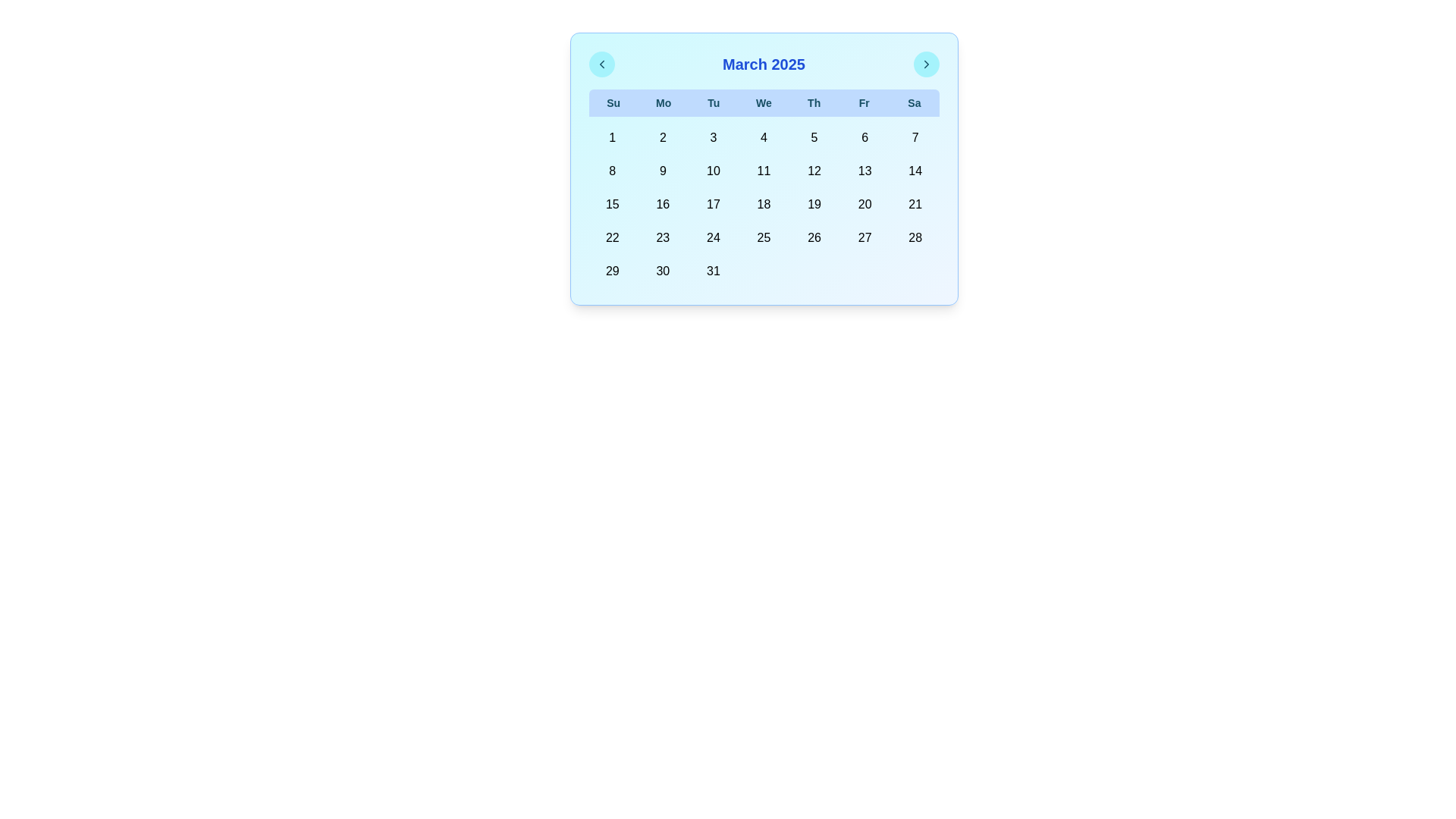 The height and width of the screenshot is (819, 1456). Describe the element at coordinates (764, 237) in the screenshot. I see `the selectable date box representing the date '25' in the calendar interface` at that location.